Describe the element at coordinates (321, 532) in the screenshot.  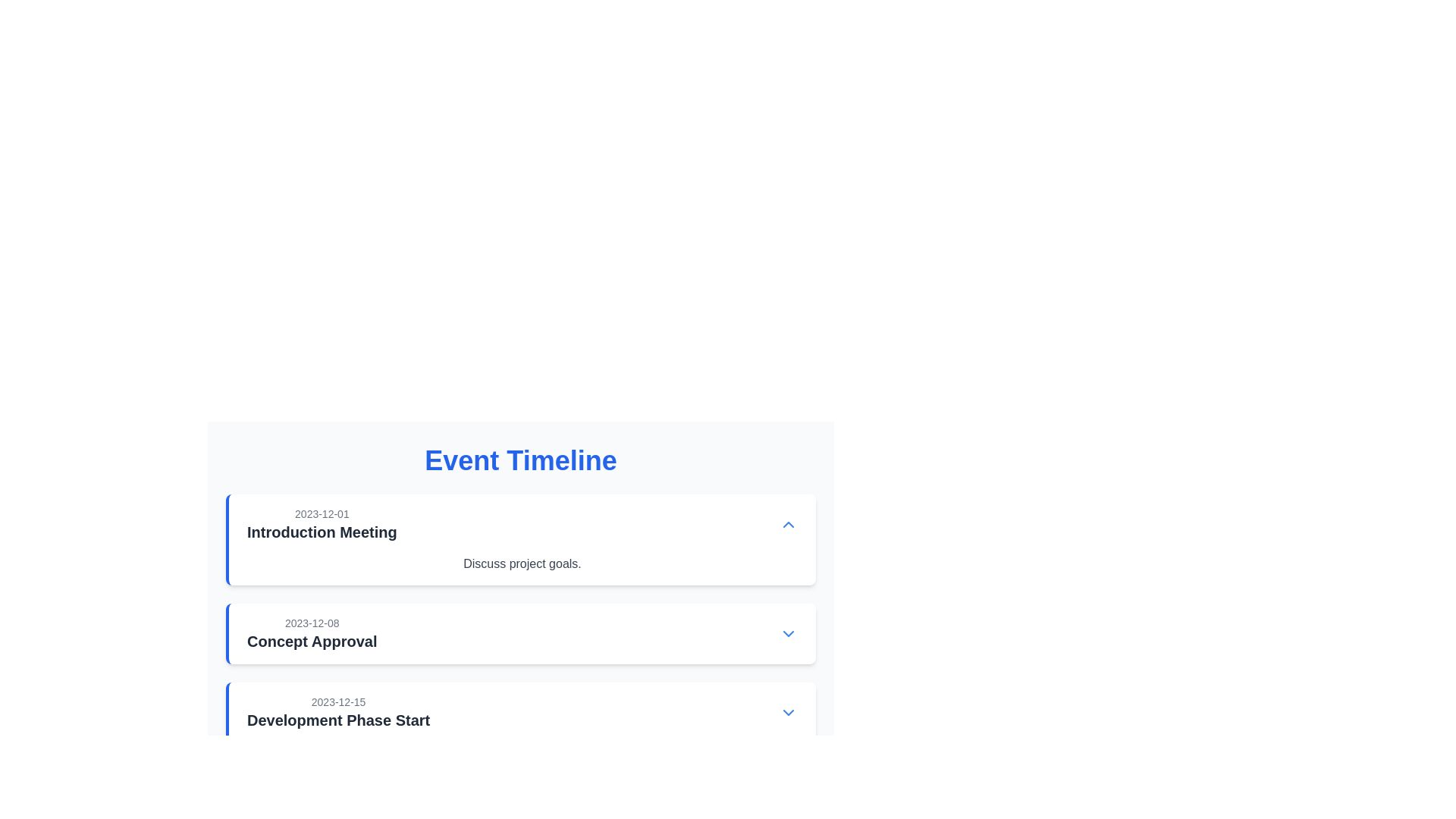
I see `the static text element displaying 'Introduction Meeting', which is positioned below the date text '2023-12-01' in the Event Timeline section` at that location.